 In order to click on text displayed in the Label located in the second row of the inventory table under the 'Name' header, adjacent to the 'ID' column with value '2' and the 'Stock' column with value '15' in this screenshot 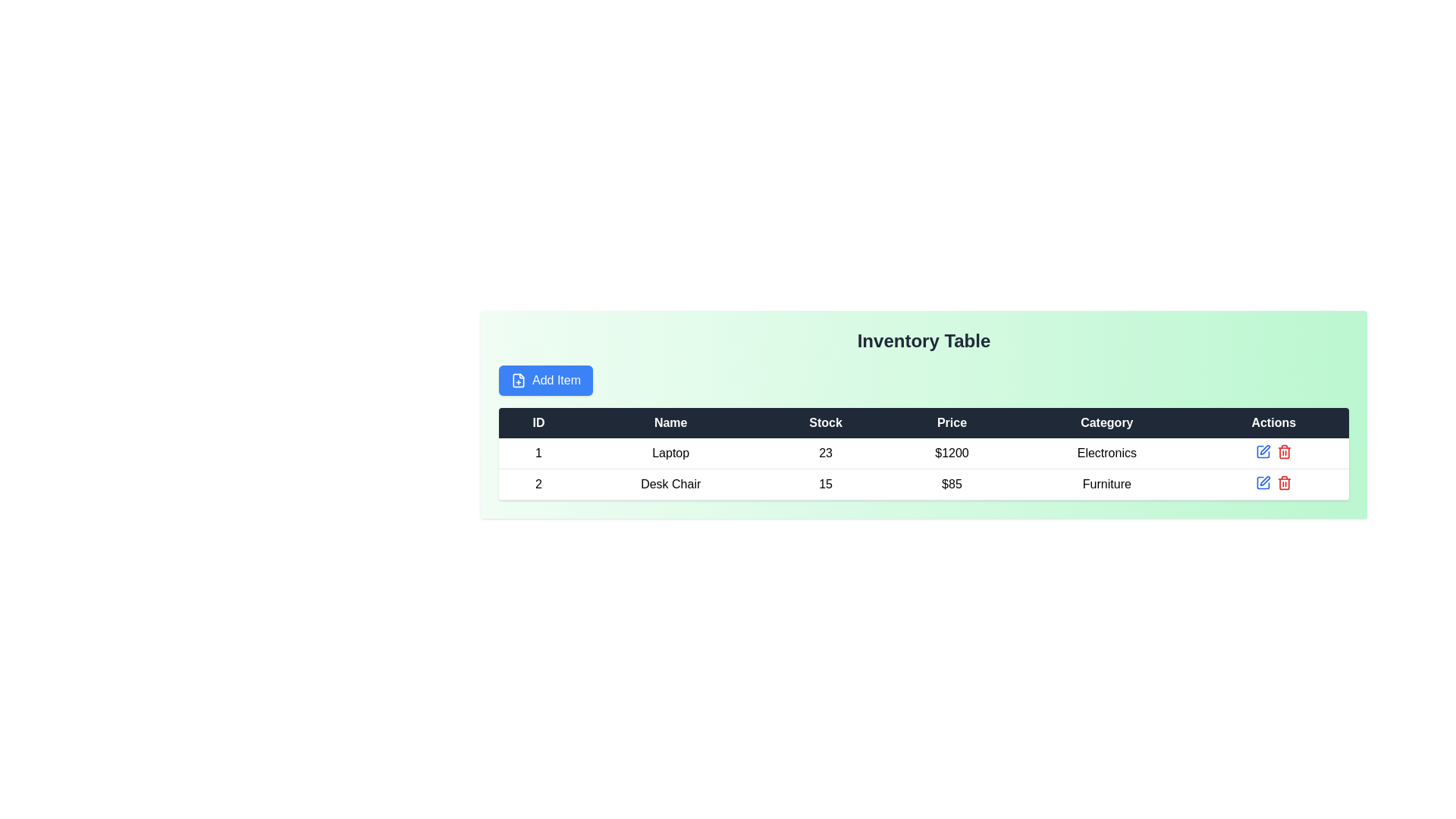, I will do `click(670, 485)`.